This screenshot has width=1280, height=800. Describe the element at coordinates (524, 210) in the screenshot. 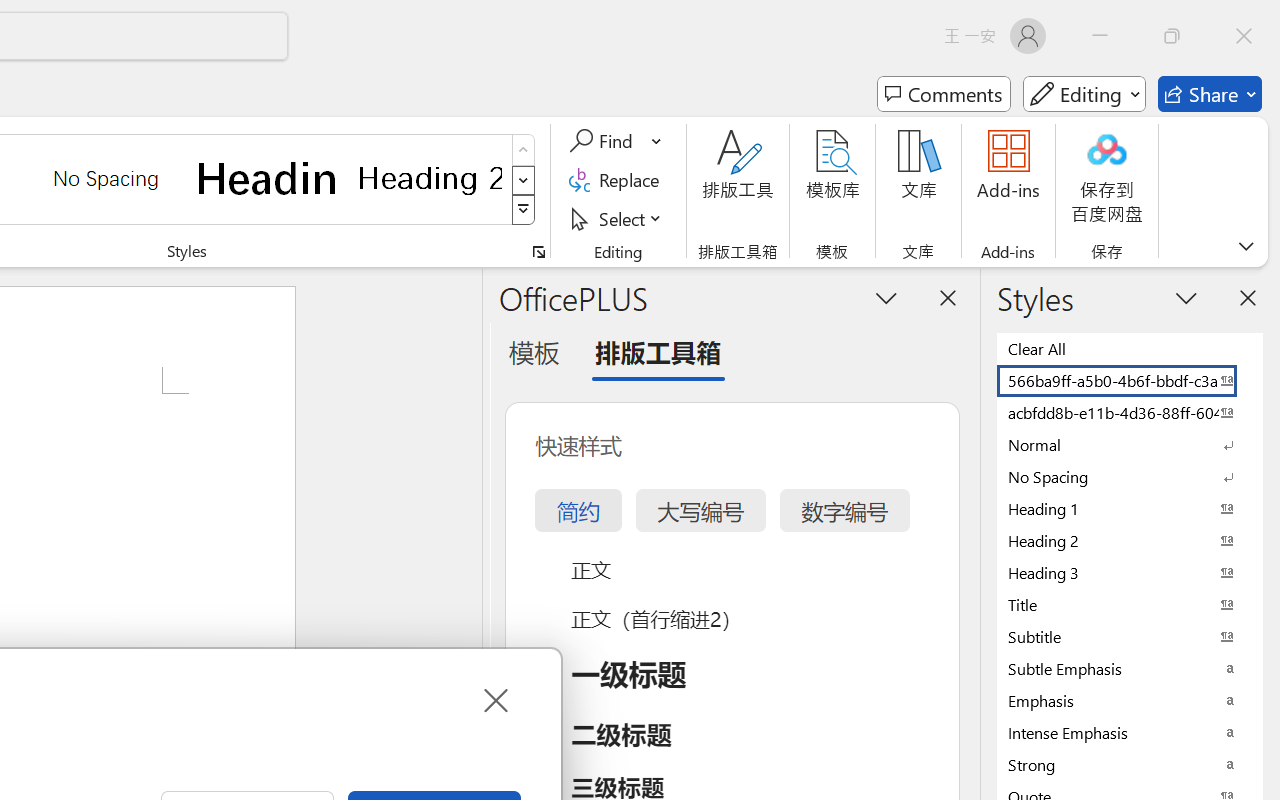

I see `'Class: NetUIImage'` at that location.